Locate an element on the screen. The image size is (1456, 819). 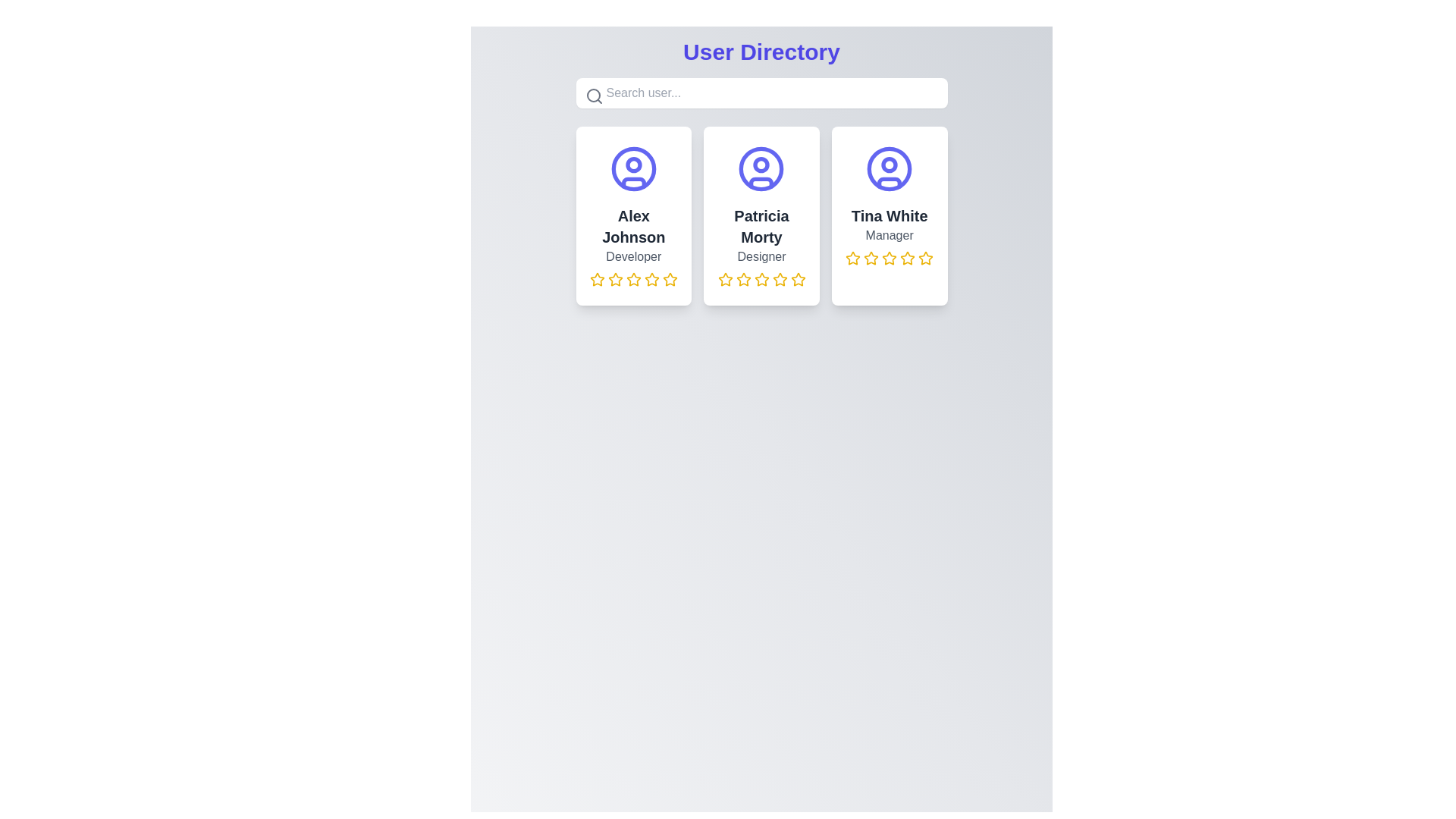
the fifth star icon from the left in the rating stars group under the user information for 'Patricia Morty', who is a Designer, to rate is located at coordinates (797, 280).